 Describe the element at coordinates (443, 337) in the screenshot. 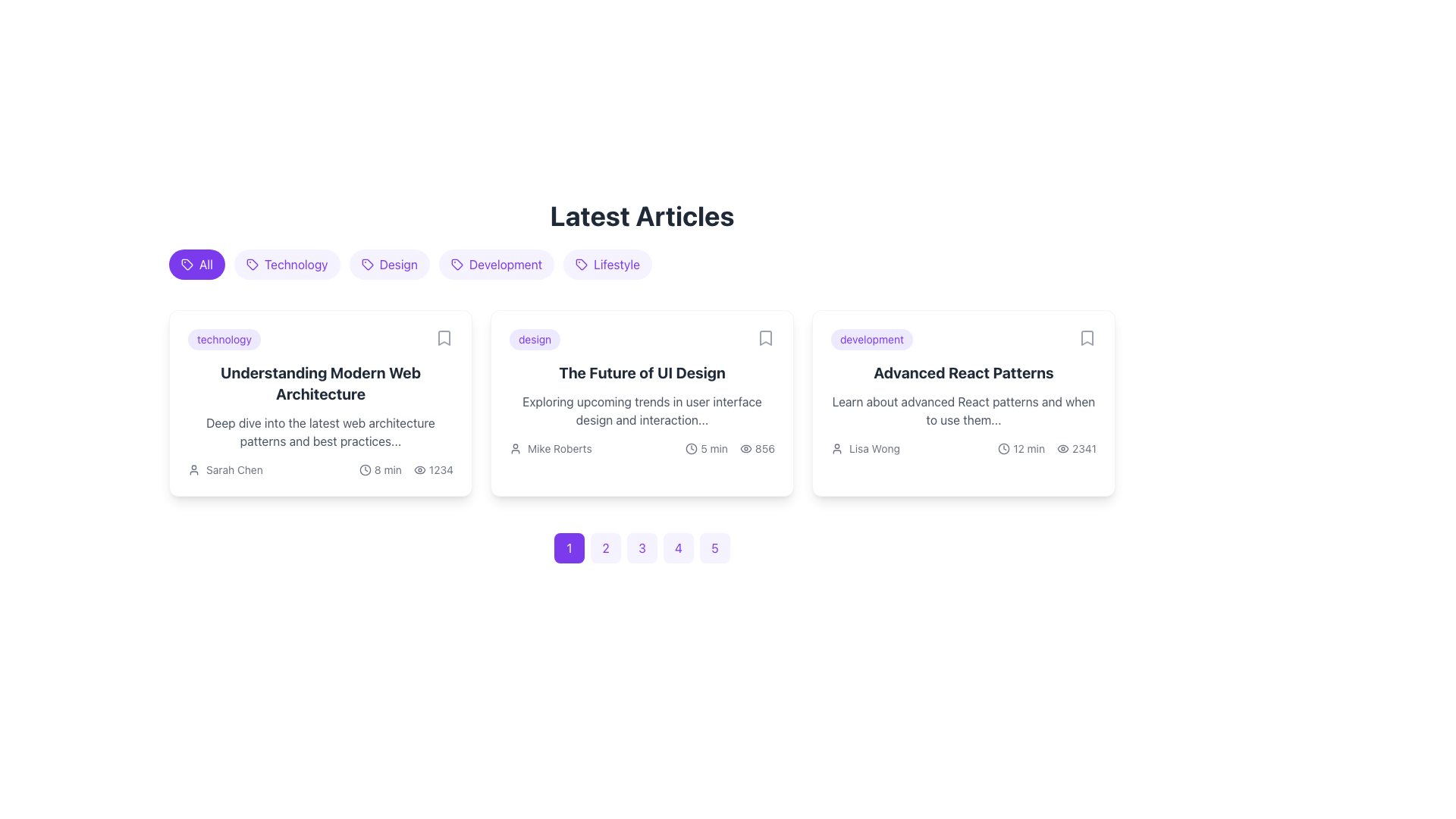

I see `the bookmark toggle icon located in the upper-right corner of the card titled 'Understanding Modern Web Architecture' in the 'Latest Articles' section` at that location.